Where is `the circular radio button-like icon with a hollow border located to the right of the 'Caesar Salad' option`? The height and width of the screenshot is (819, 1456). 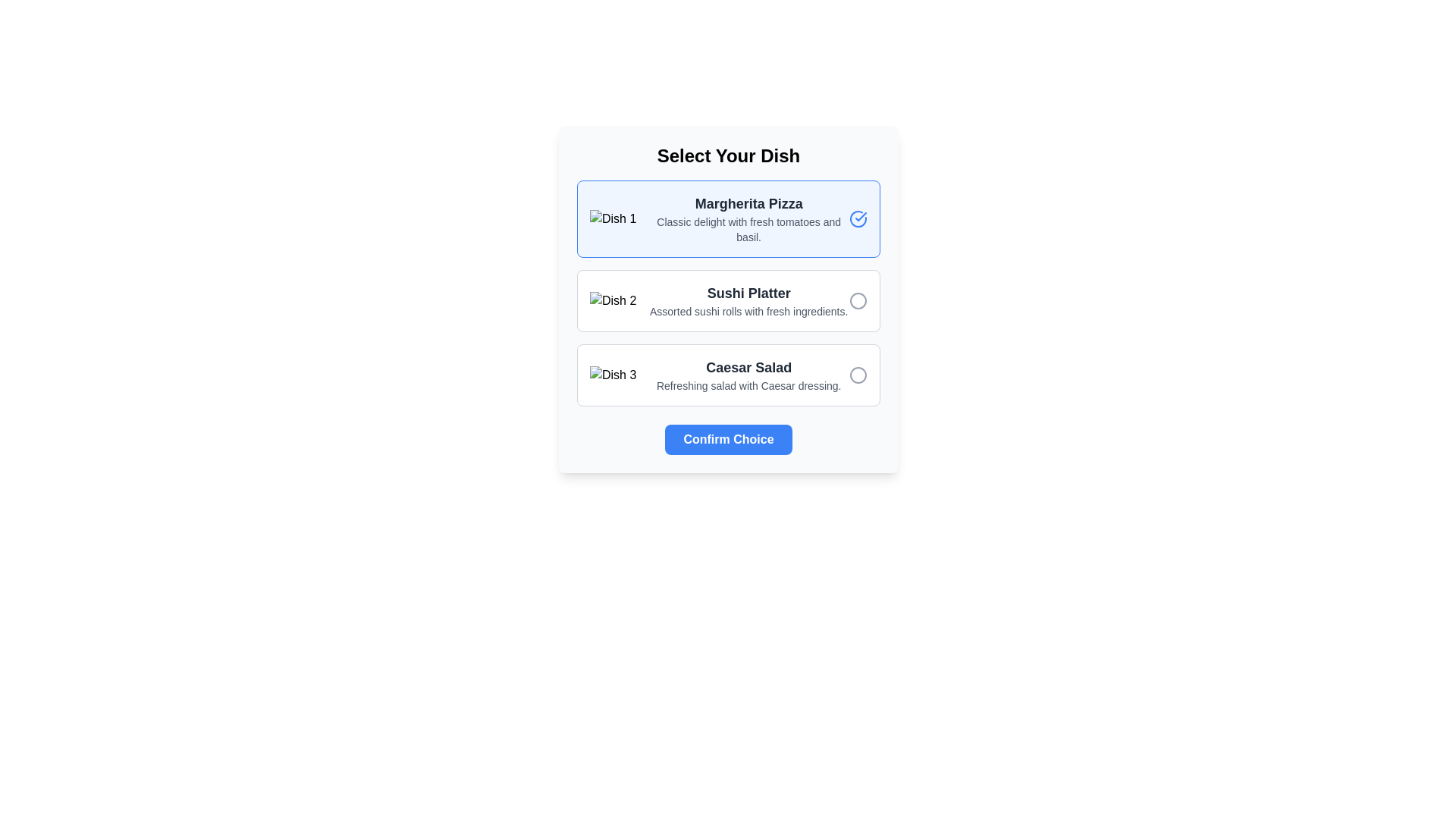
the circular radio button-like icon with a hollow border located to the right of the 'Caesar Salad' option is located at coordinates (858, 375).